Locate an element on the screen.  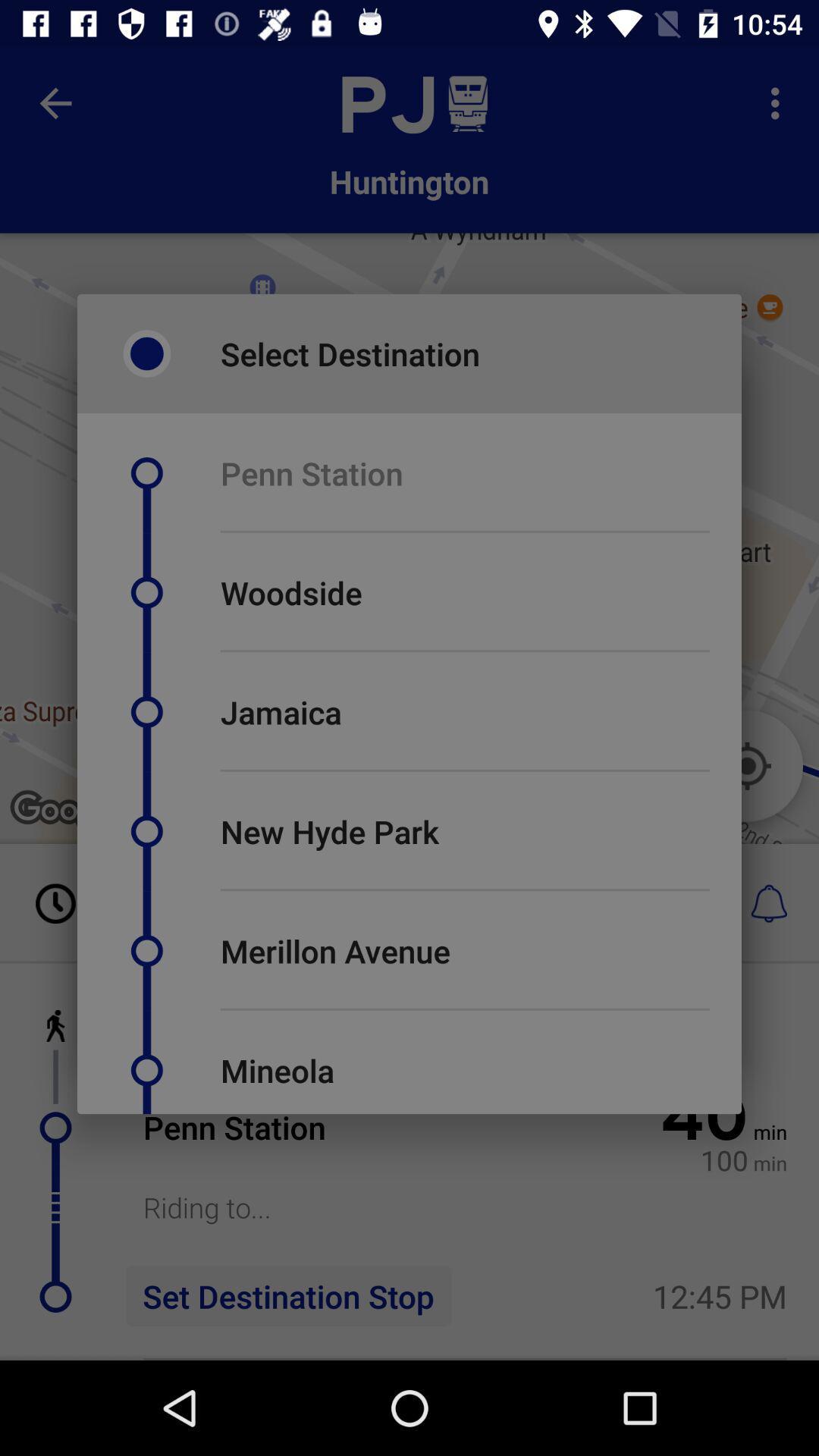
the item above new hyde park icon is located at coordinates (464, 770).